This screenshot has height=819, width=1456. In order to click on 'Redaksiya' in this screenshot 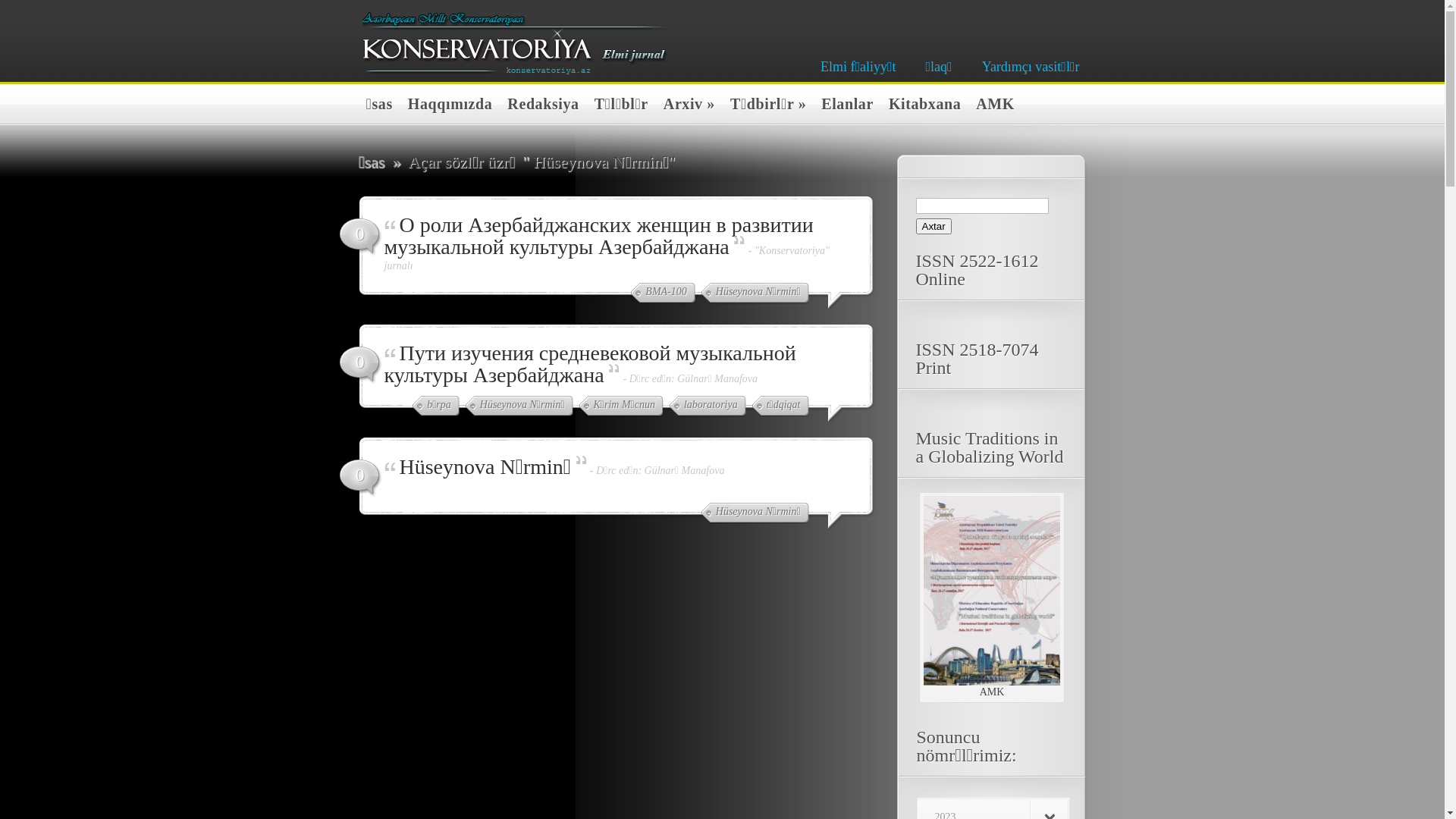, I will do `click(538, 105)`.